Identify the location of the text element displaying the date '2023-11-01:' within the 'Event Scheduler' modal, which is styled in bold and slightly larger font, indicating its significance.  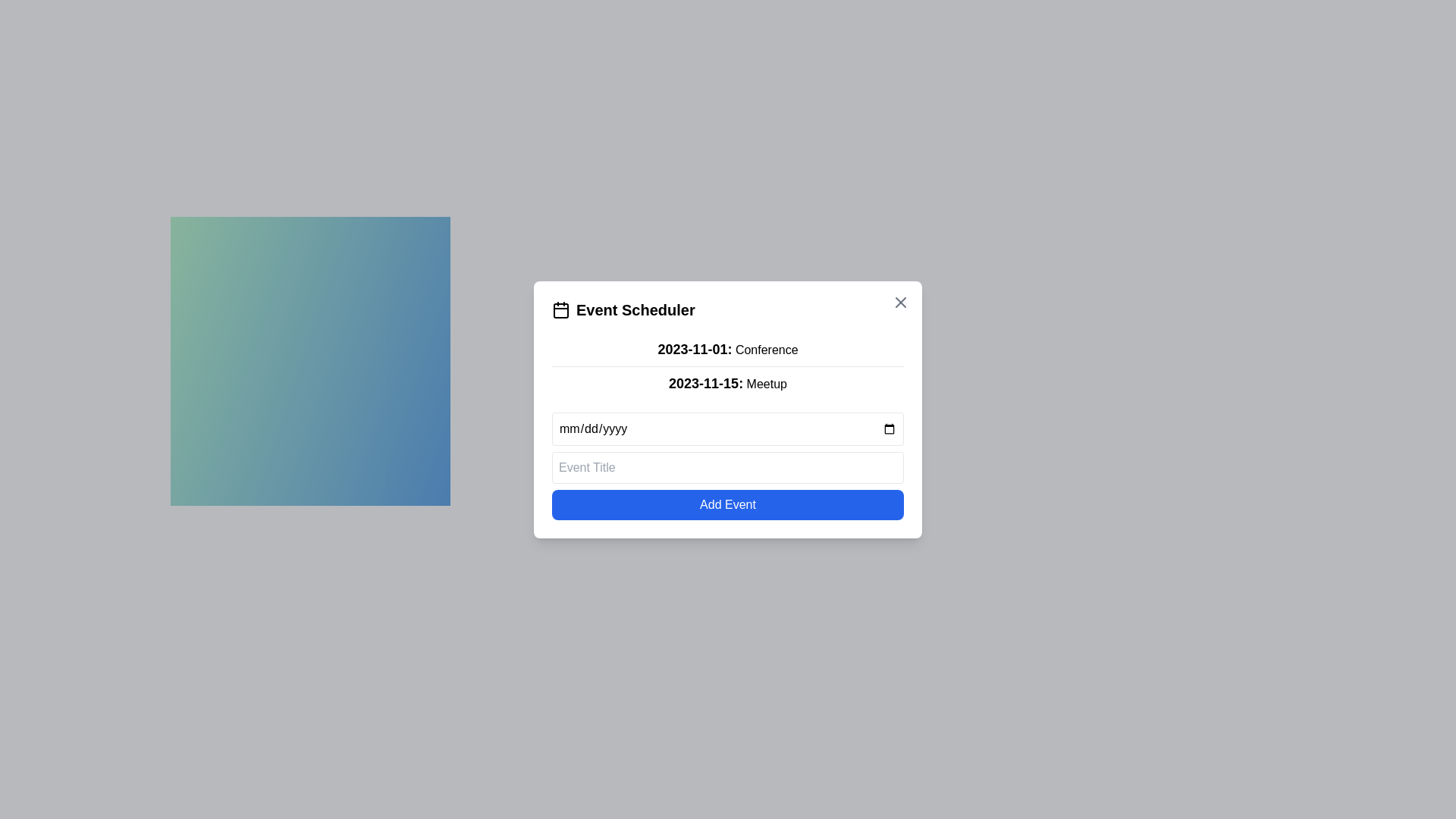
(694, 349).